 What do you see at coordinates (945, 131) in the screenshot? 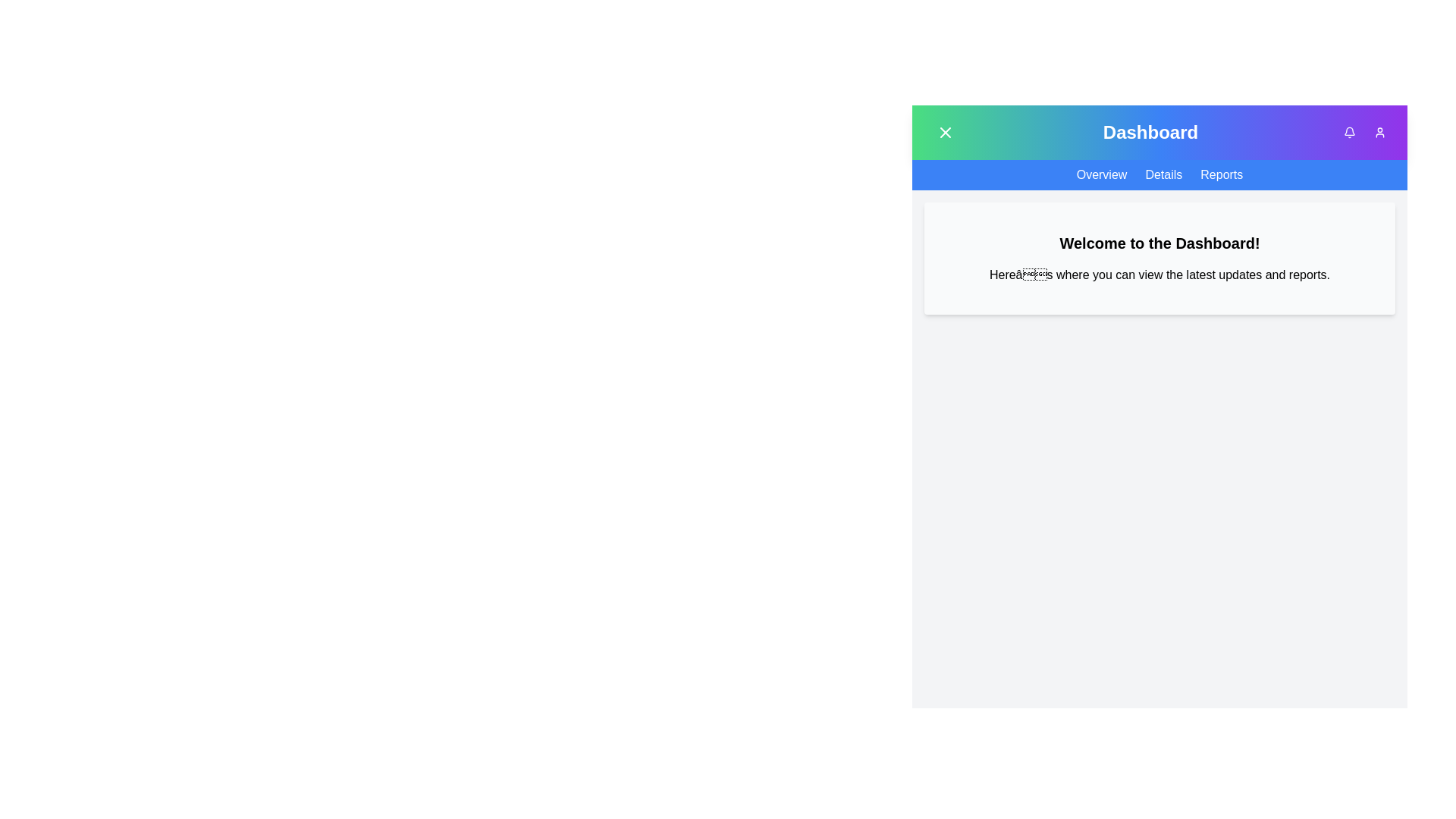
I see `the button with the X icon to toggle the menu visibility` at bounding box center [945, 131].